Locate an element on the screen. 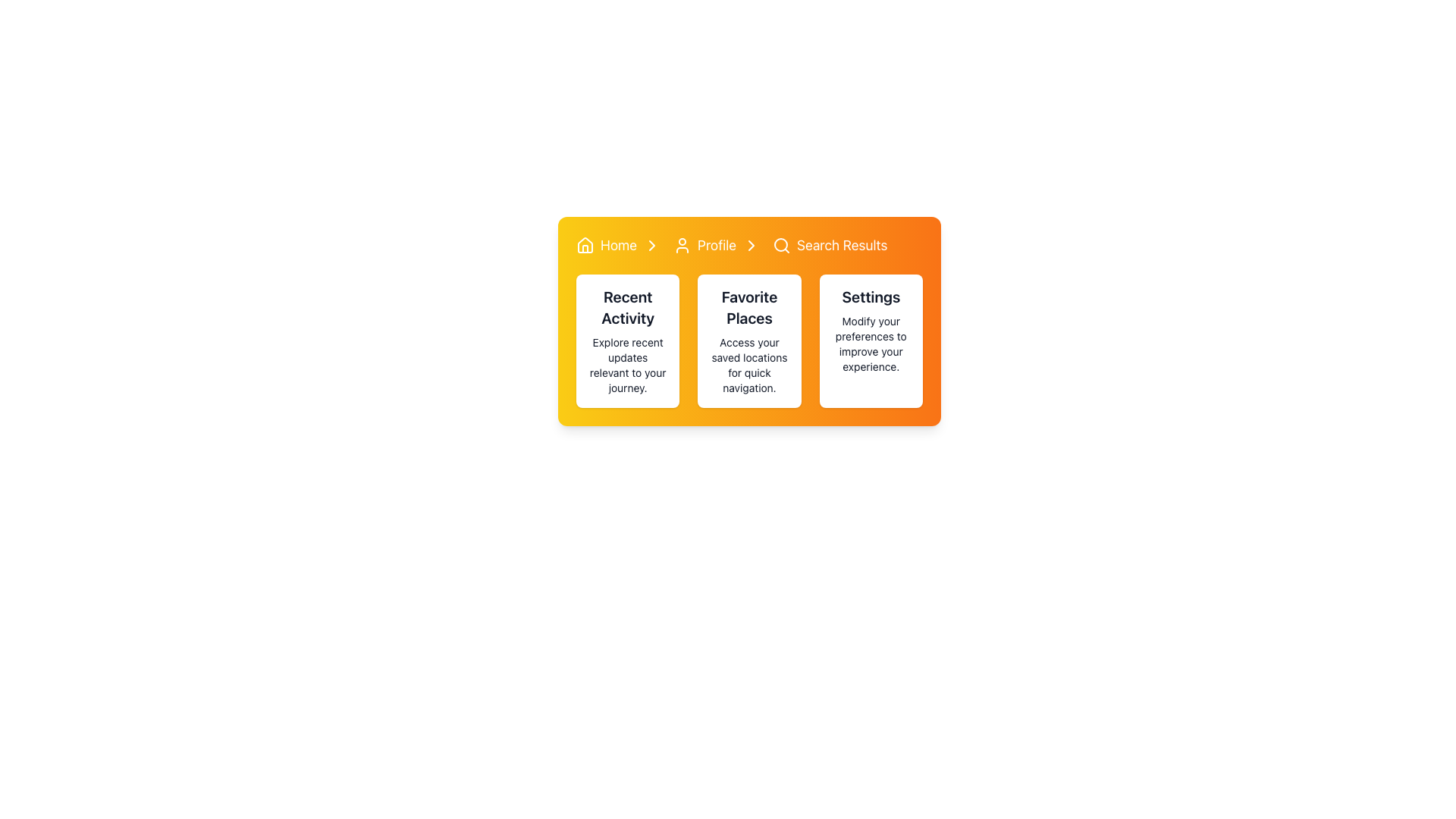  the descriptive Static Text element located within the 'Settings' card, positioned below the headline 'Settings' is located at coordinates (871, 344).